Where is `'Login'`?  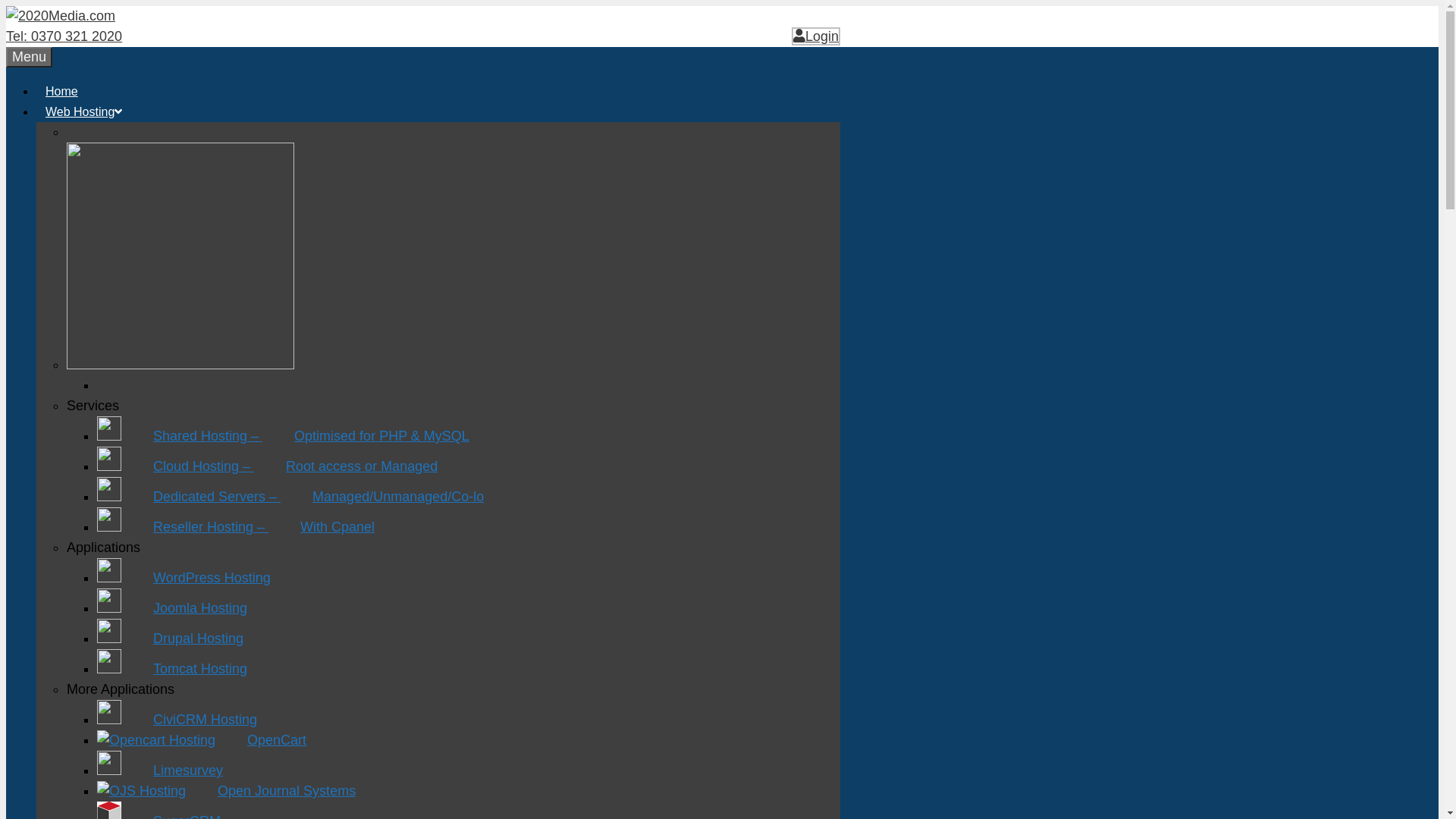 'Login' is located at coordinates (814, 35).